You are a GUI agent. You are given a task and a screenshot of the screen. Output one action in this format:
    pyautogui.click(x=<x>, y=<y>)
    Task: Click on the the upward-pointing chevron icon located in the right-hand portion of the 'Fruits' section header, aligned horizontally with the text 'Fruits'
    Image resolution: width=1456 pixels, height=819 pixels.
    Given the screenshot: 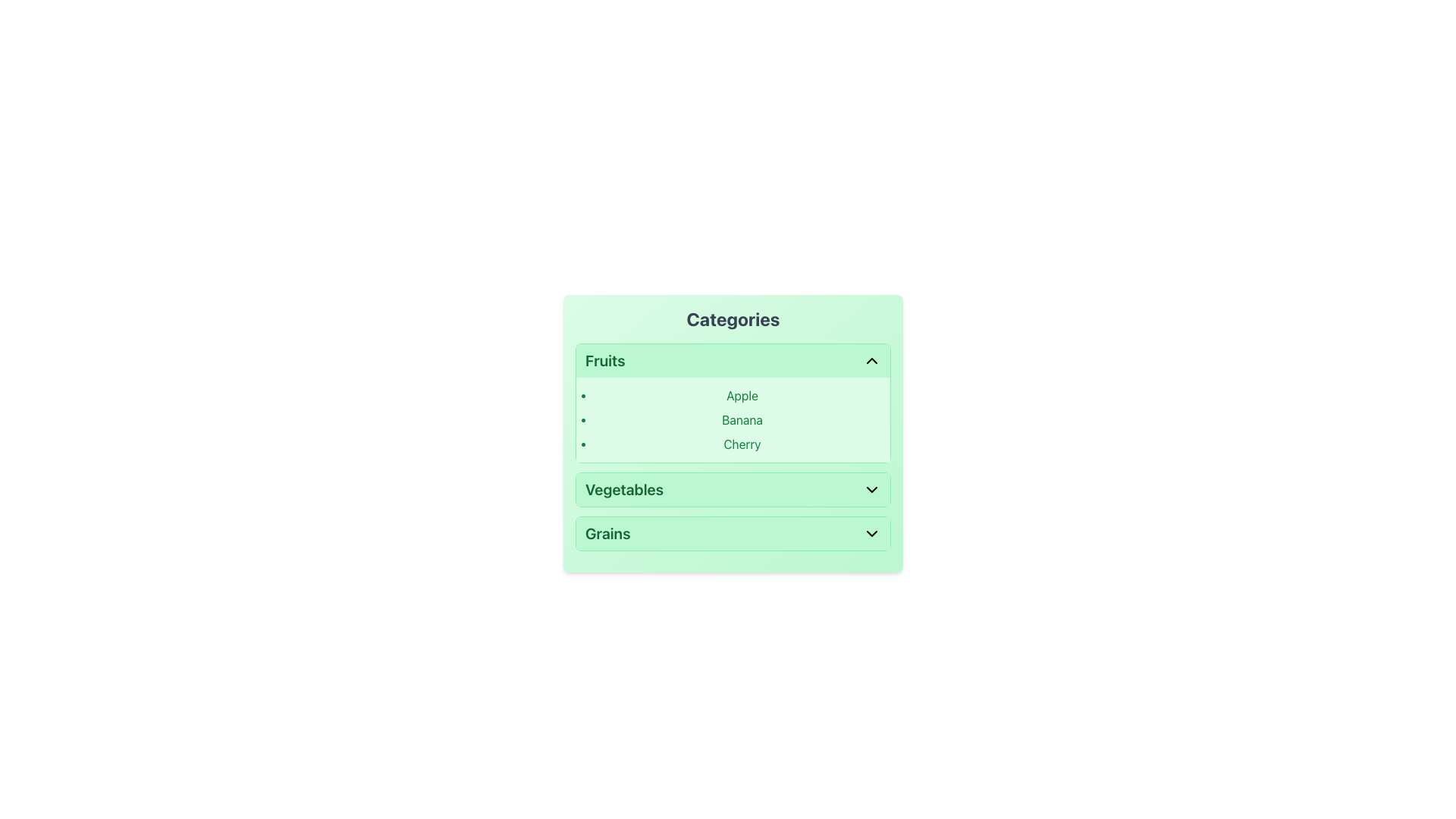 What is the action you would take?
    pyautogui.click(x=872, y=360)
    